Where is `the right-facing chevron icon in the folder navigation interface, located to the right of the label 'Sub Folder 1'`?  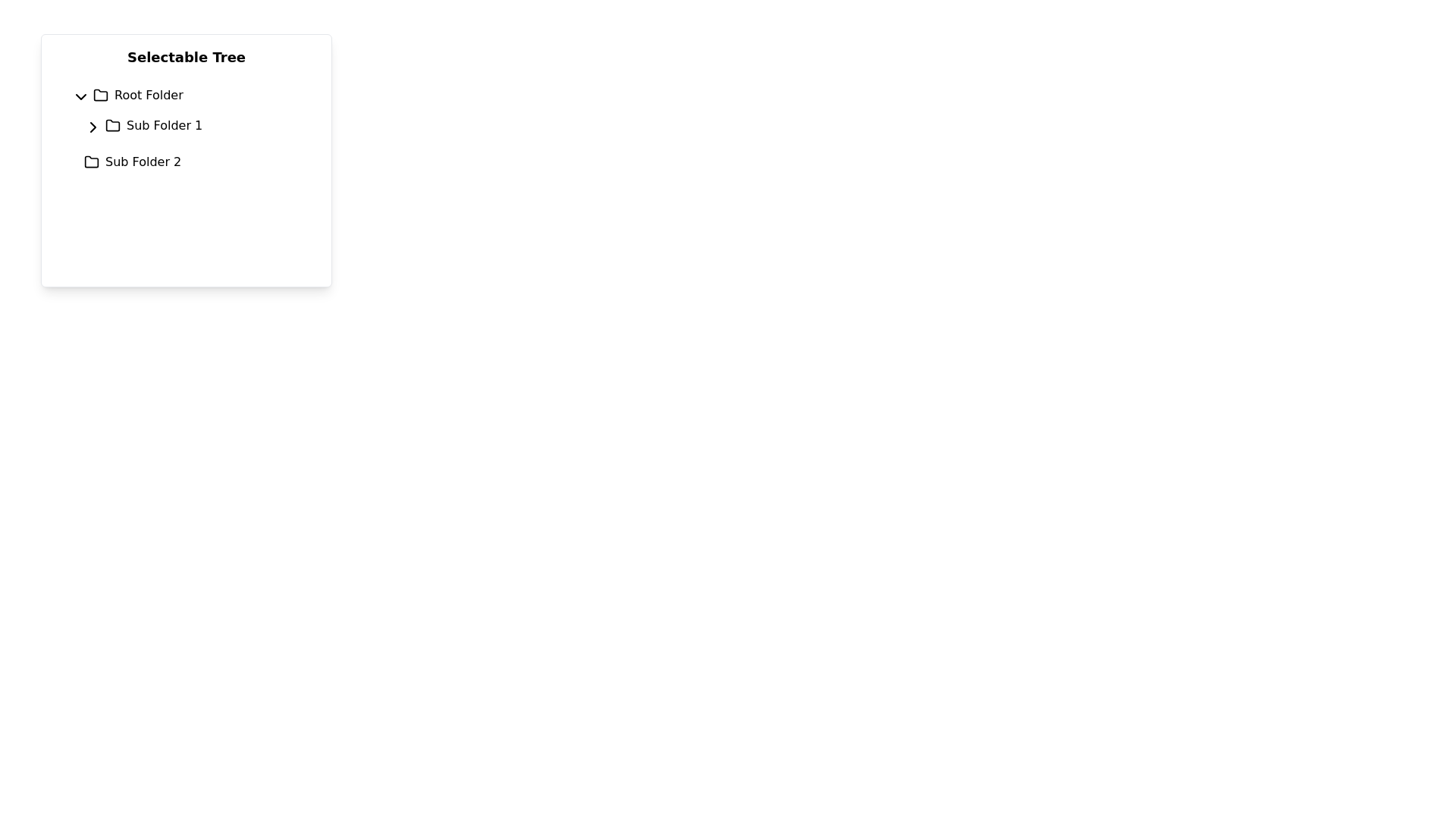 the right-facing chevron icon in the folder navigation interface, located to the right of the label 'Sub Folder 1' is located at coordinates (93, 127).